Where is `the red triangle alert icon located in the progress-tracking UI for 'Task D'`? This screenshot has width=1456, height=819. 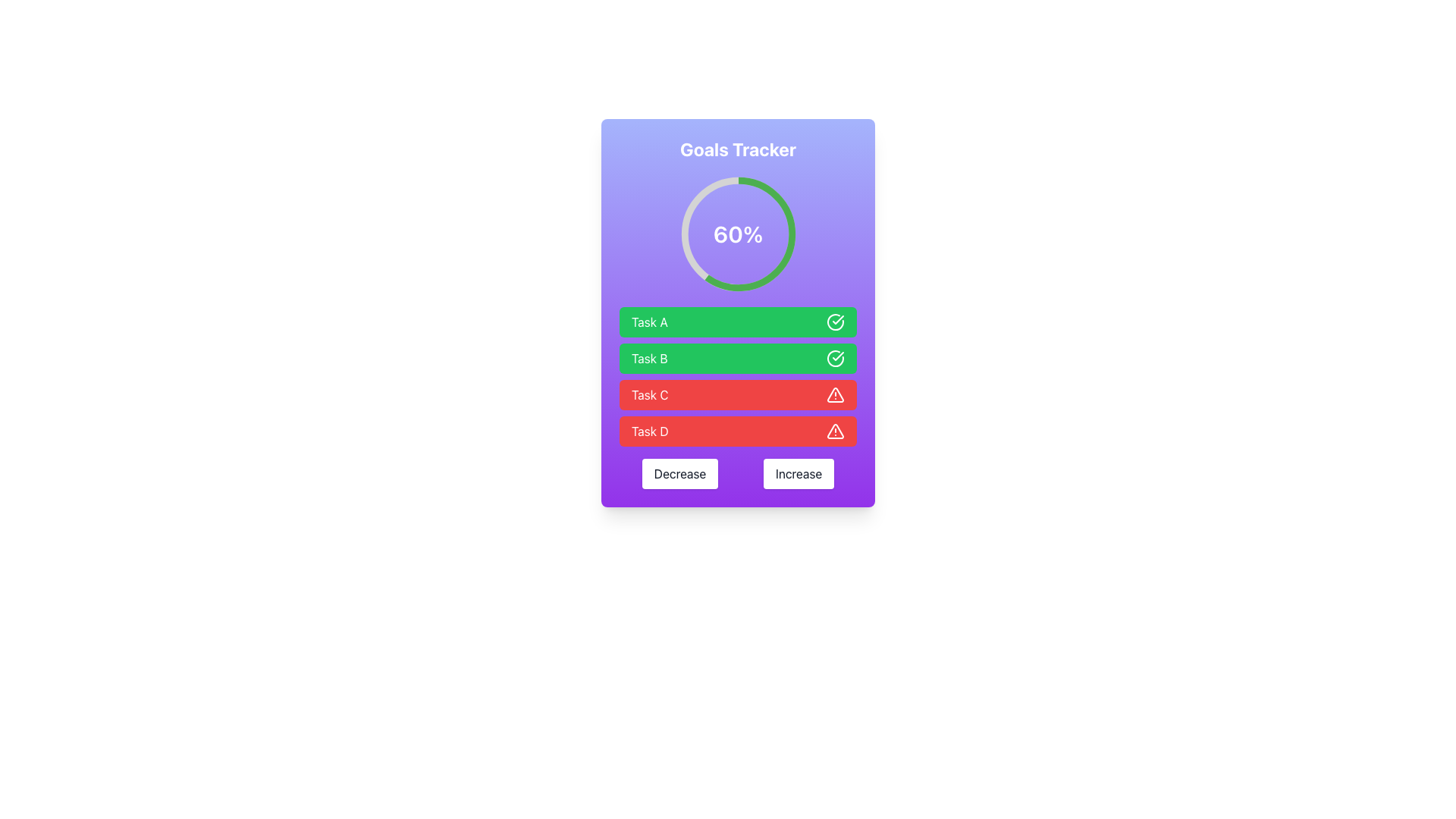
the red triangle alert icon located in the progress-tracking UI for 'Task D' is located at coordinates (835, 431).